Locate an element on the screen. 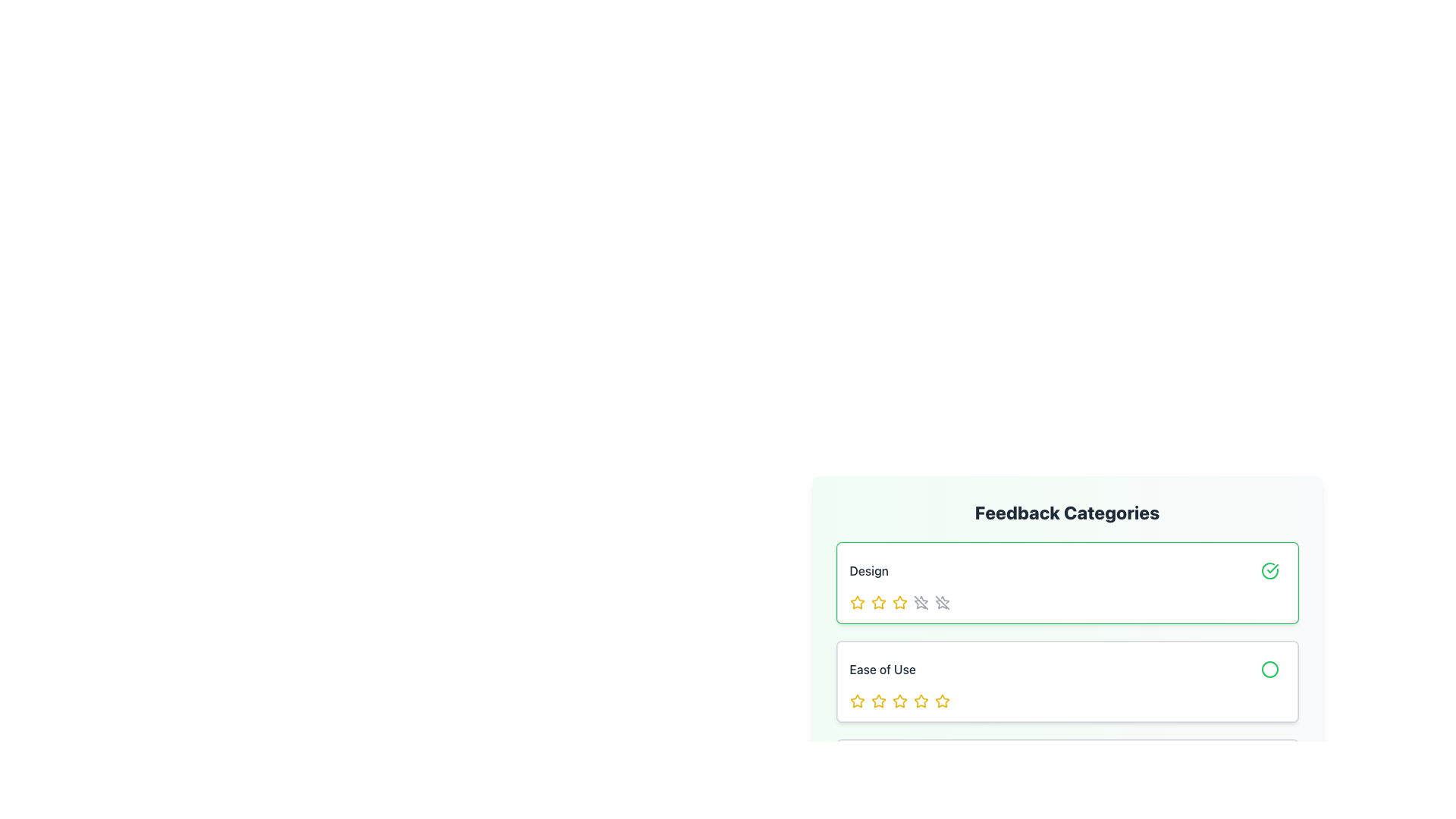 This screenshot has height=819, width=1456. the yellow star icon, which is the first star in the rating row under the 'Design' feedback category is located at coordinates (857, 601).